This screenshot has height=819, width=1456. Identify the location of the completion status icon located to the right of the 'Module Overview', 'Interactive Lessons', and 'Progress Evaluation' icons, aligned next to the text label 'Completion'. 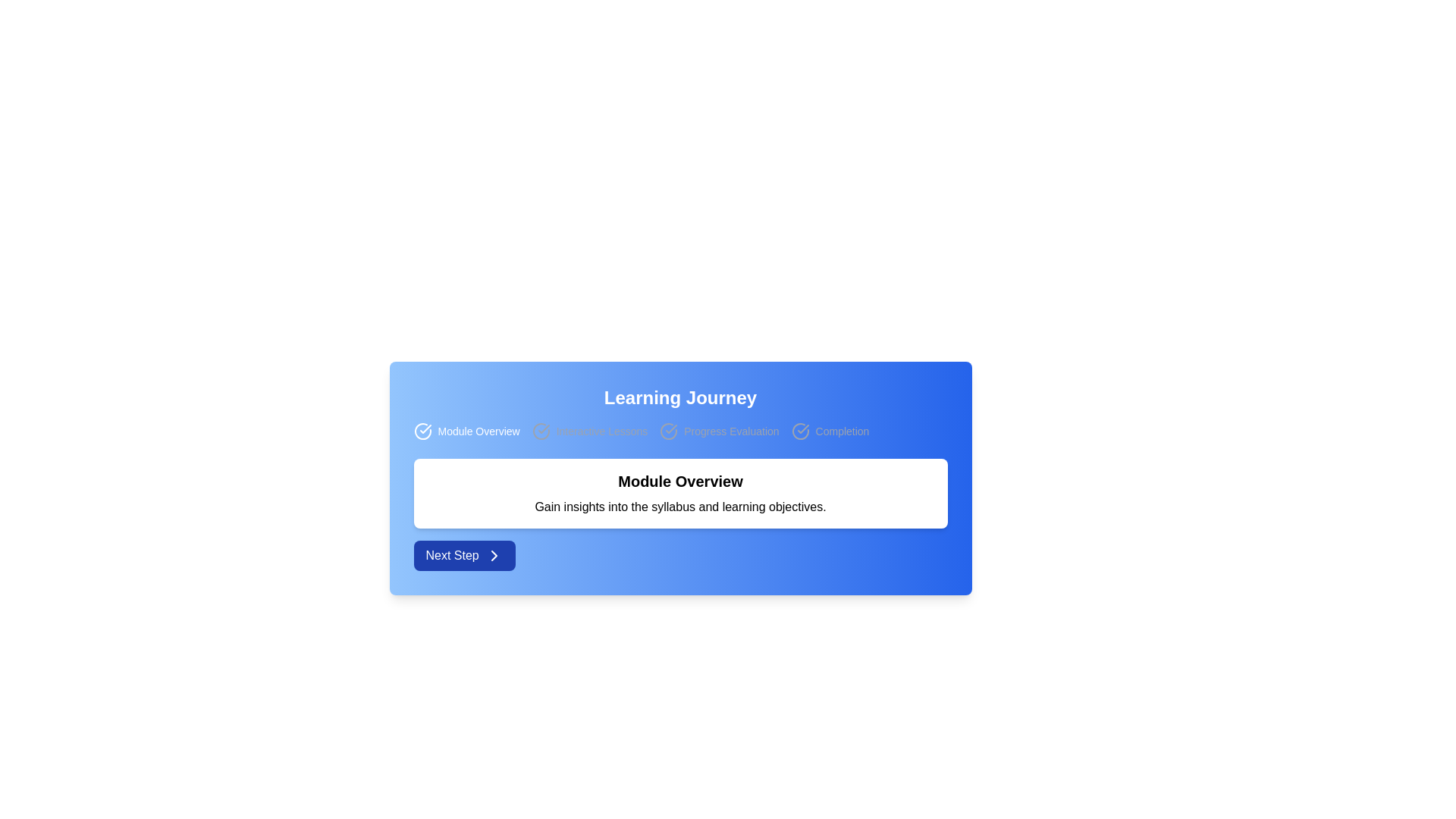
(799, 431).